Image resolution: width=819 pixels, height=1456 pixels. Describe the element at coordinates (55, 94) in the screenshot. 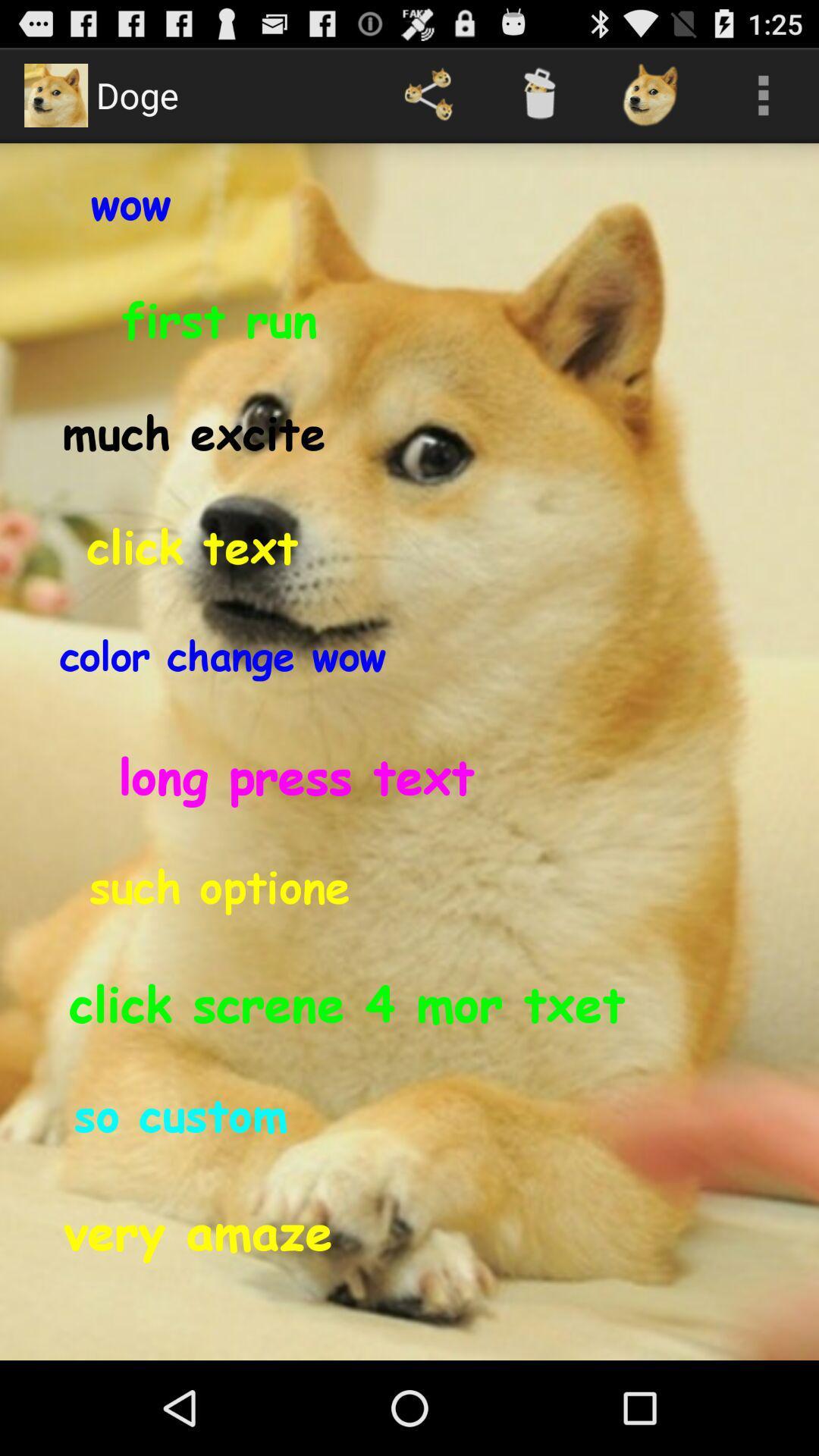

I see `the dog image at top left` at that location.